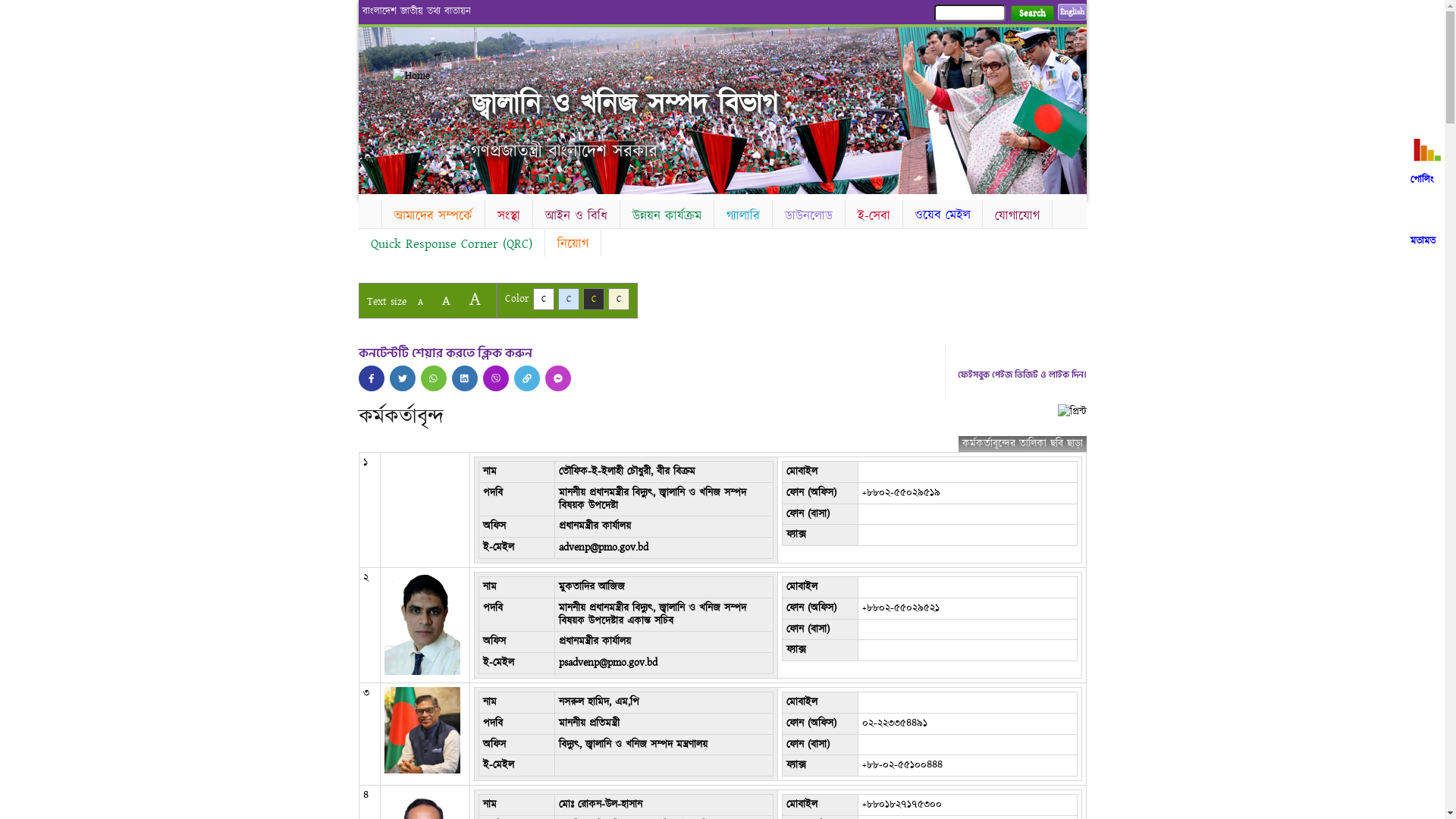 The image size is (1456, 819). Describe the element at coordinates (1070, 11) in the screenshot. I see `'English'` at that location.